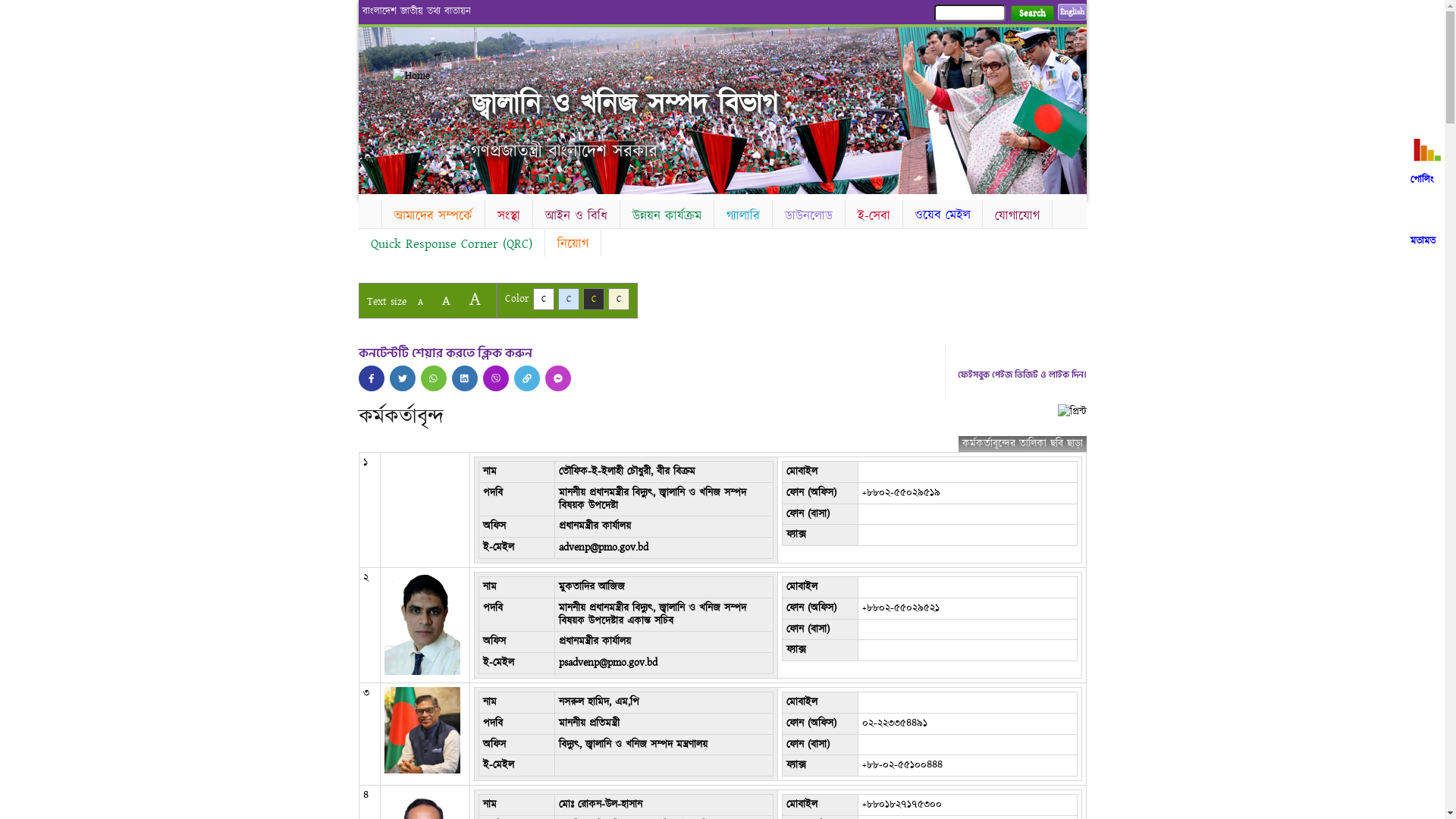 The image size is (1456, 819). Describe the element at coordinates (1070, 11) in the screenshot. I see `'English'` at that location.